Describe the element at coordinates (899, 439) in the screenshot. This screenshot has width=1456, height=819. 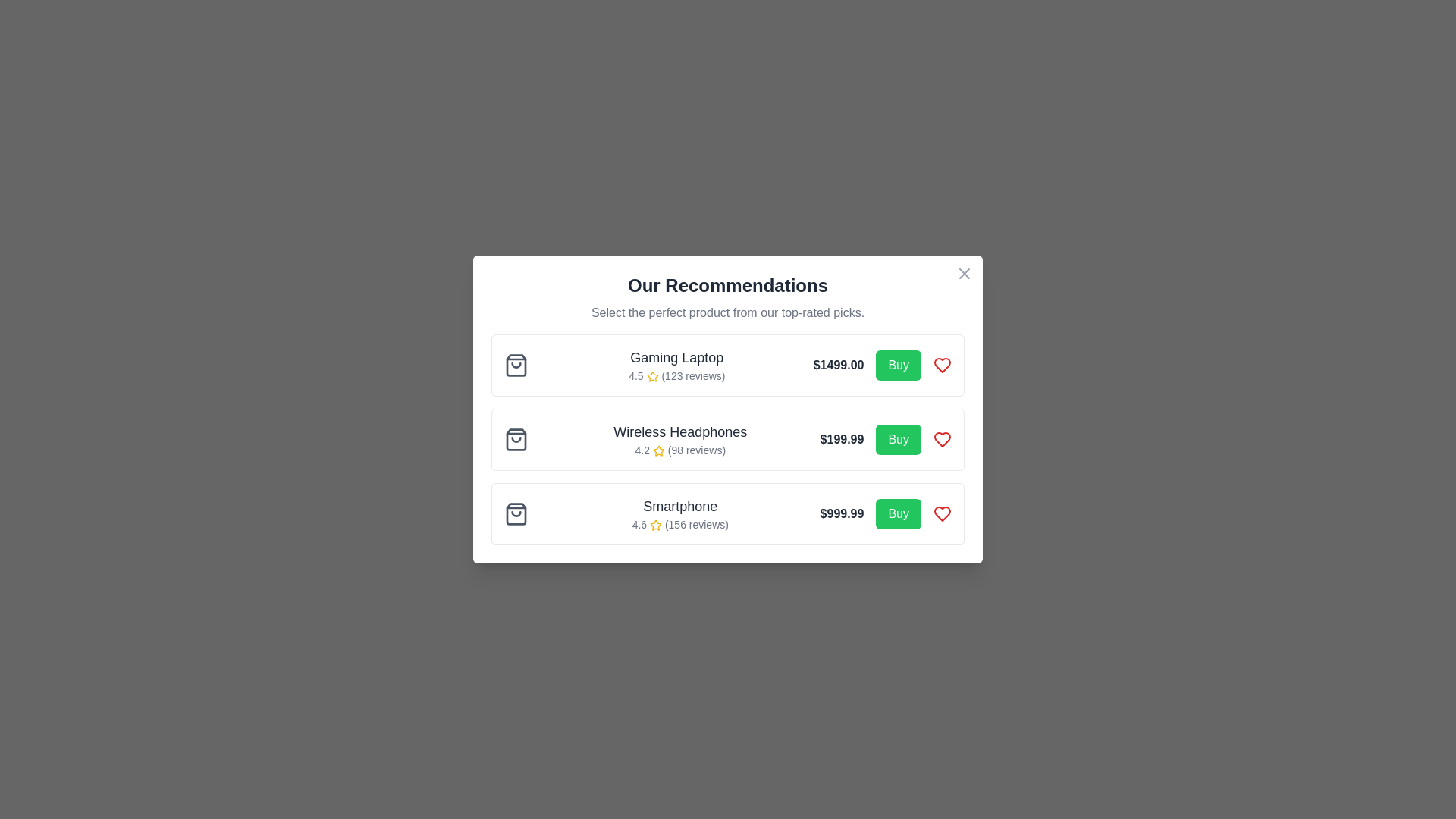
I see `the green 'Buy' button with rounded corners, which is located adjacent to the price information for 'Wireless Headphones'` at that location.